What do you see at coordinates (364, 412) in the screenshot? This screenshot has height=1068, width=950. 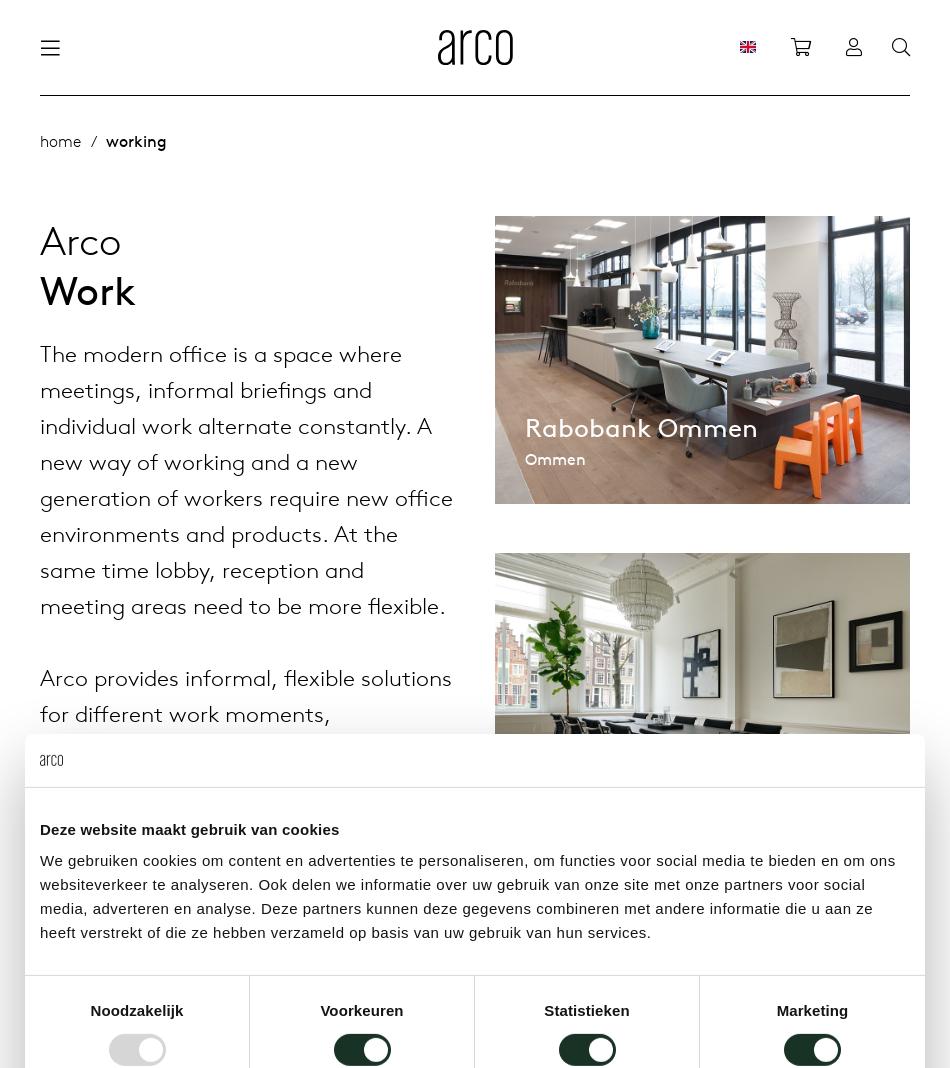 I see `'Benches'` at bounding box center [364, 412].